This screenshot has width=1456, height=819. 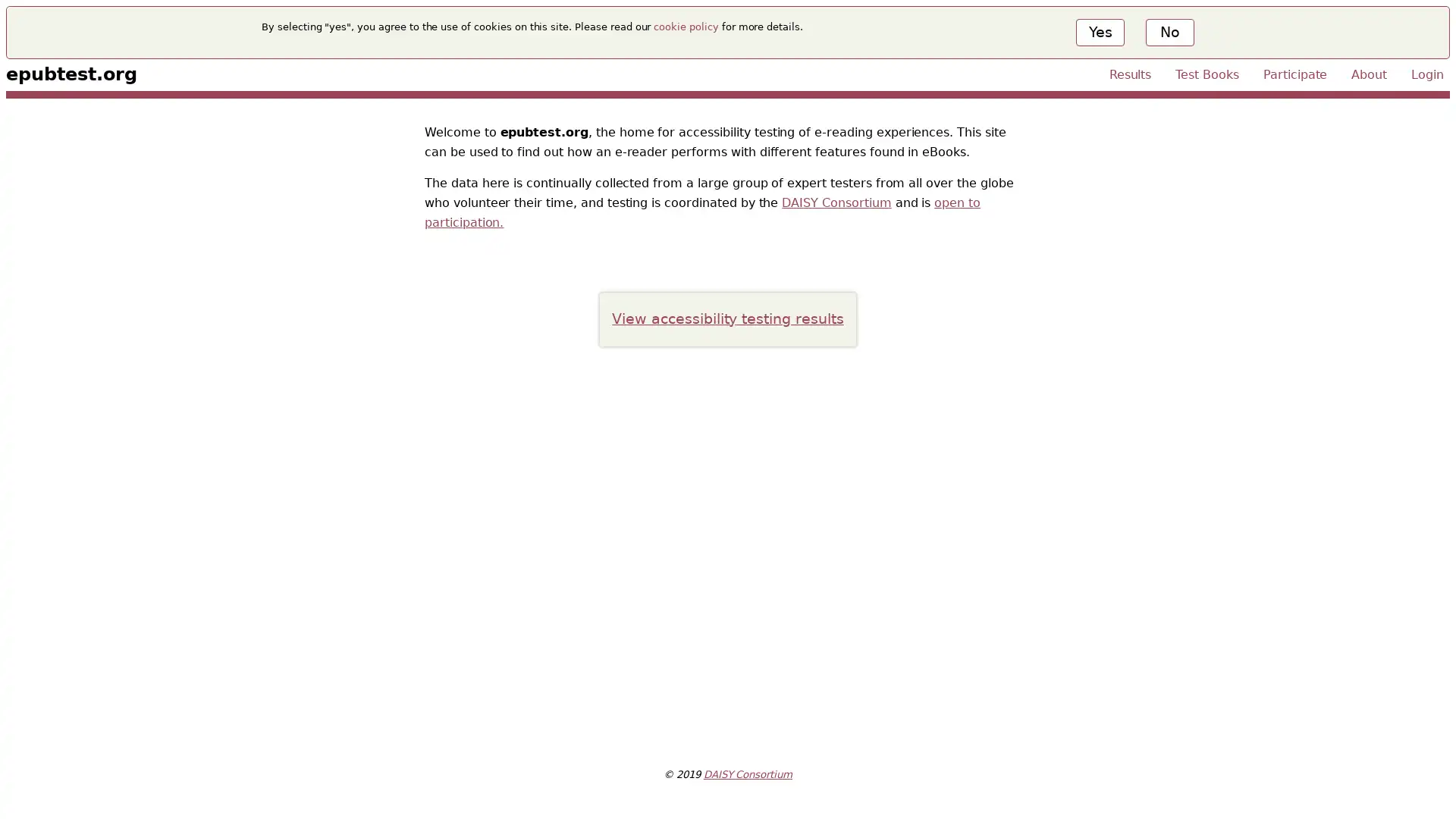 I want to click on Yes, so click(x=1100, y=32).